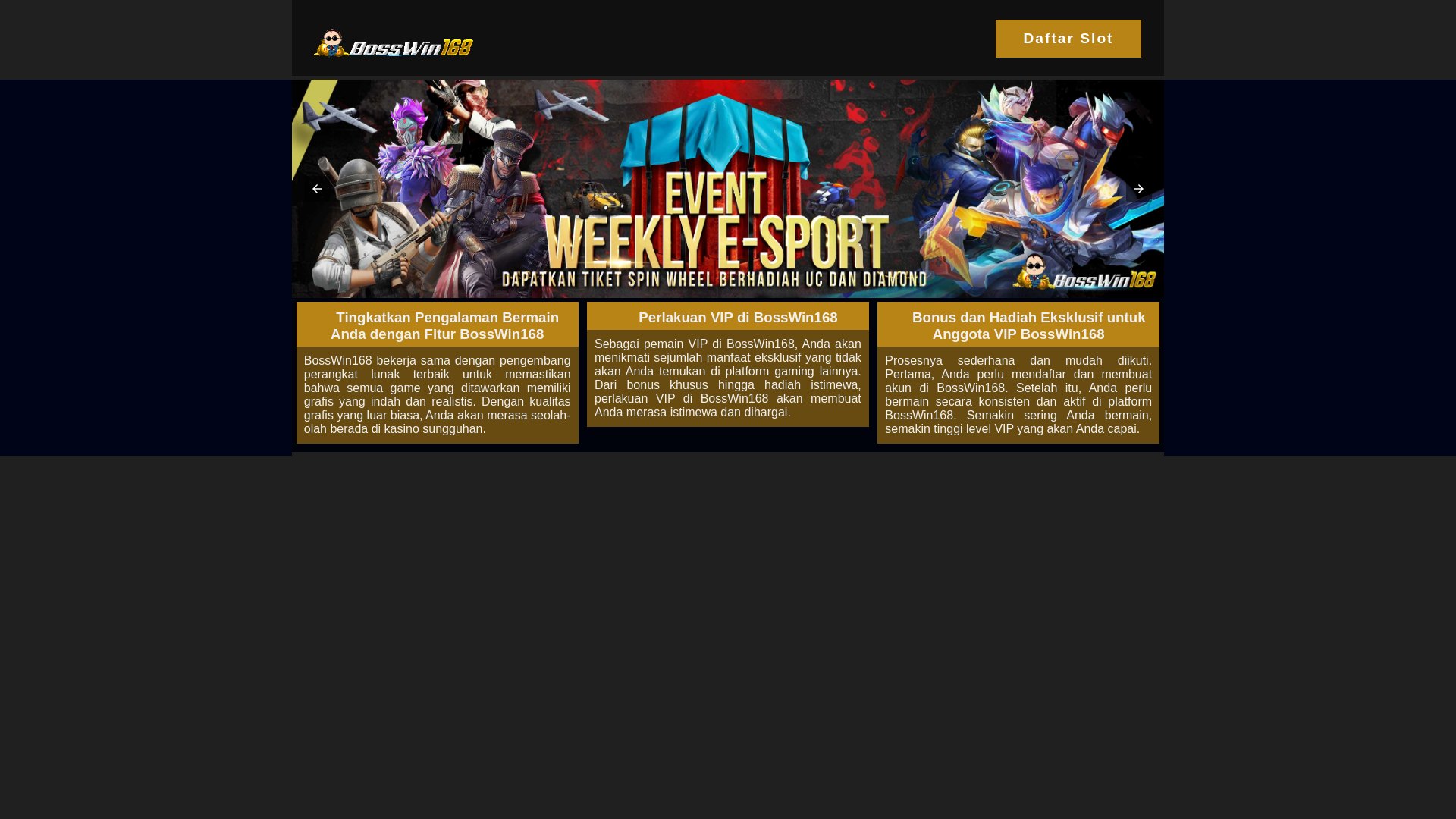 This screenshot has height=819, width=1456. Describe the element at coordinates (1068, 37) in the screenshot. I see `'Daftar Slot'` at that location.